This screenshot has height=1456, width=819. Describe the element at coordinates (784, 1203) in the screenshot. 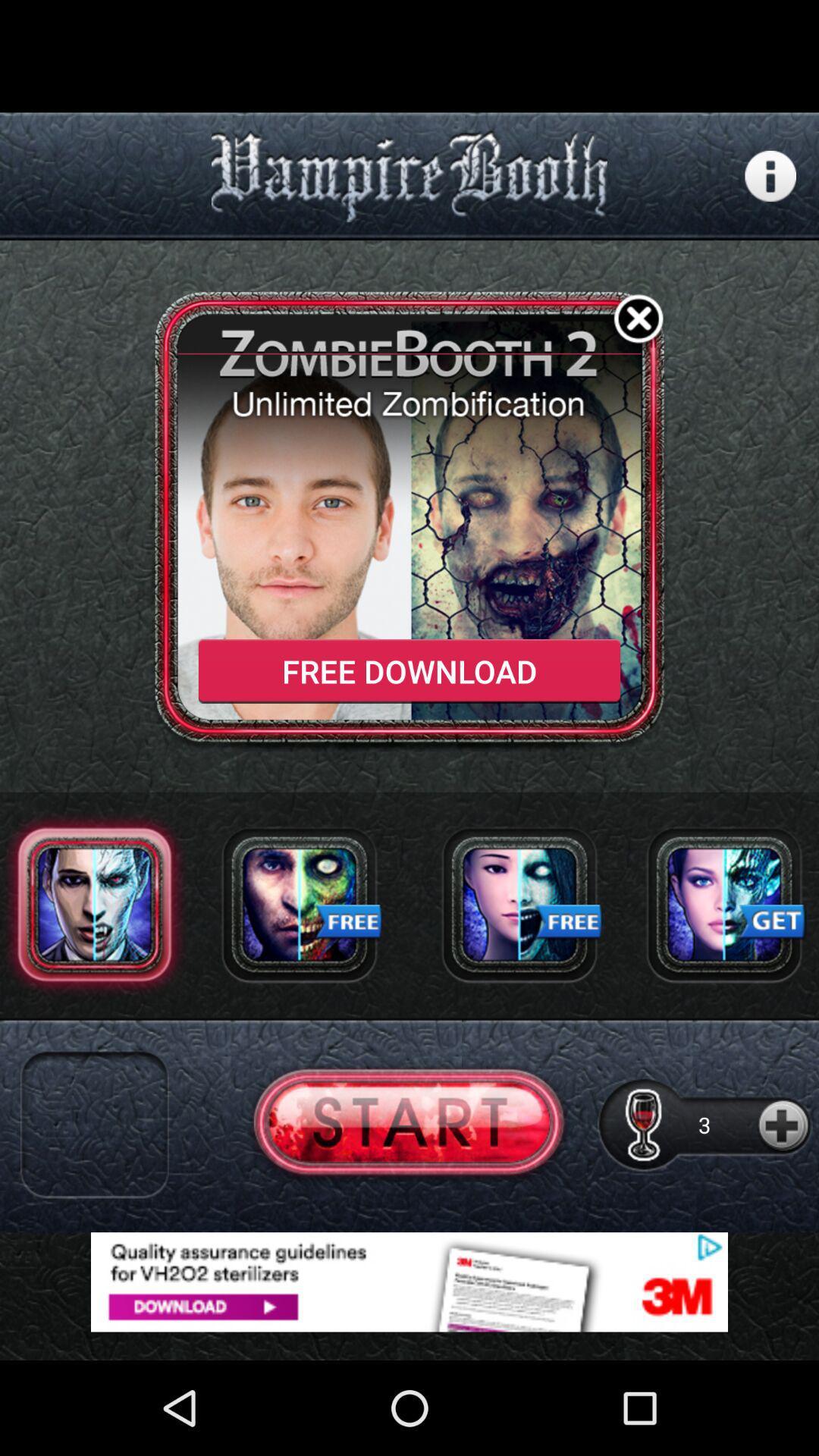

I see `the add icon` at that location.